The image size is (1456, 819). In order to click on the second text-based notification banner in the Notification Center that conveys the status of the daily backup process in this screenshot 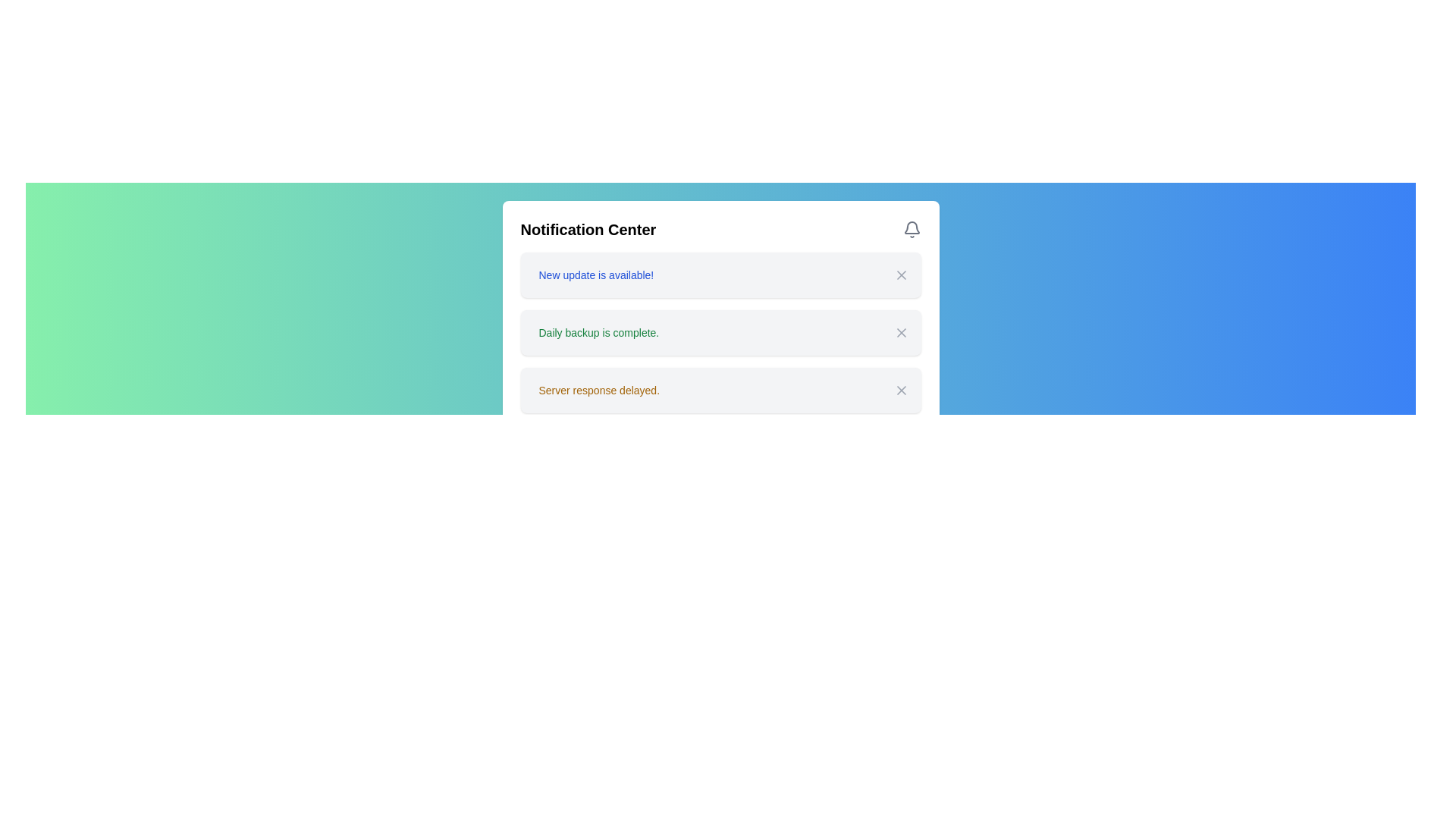, I will do `click(598, 332)`.